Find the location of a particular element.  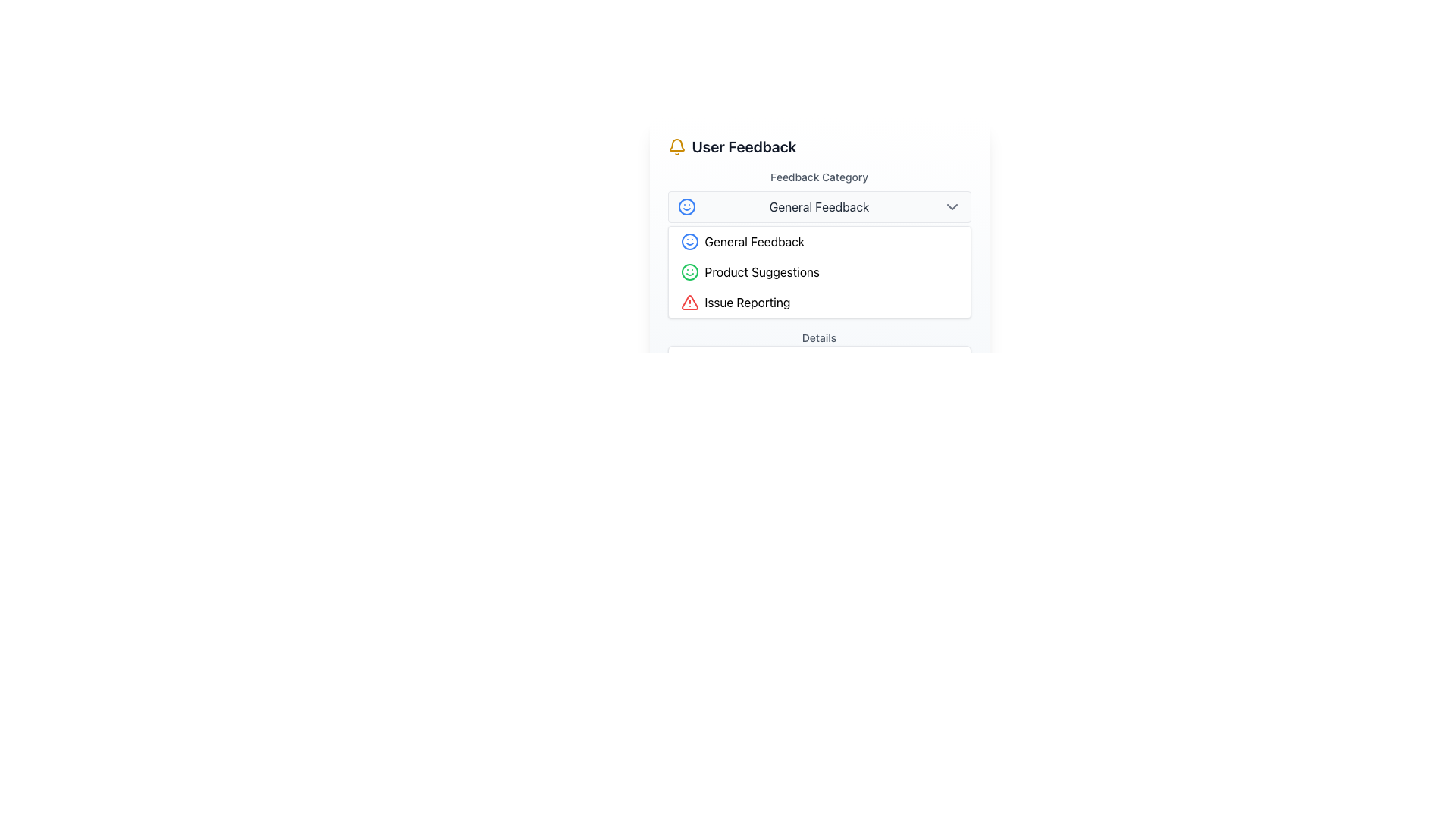

the Dropdown toggle button labeled 'General Feedback' is located at coordinates (818, 207).